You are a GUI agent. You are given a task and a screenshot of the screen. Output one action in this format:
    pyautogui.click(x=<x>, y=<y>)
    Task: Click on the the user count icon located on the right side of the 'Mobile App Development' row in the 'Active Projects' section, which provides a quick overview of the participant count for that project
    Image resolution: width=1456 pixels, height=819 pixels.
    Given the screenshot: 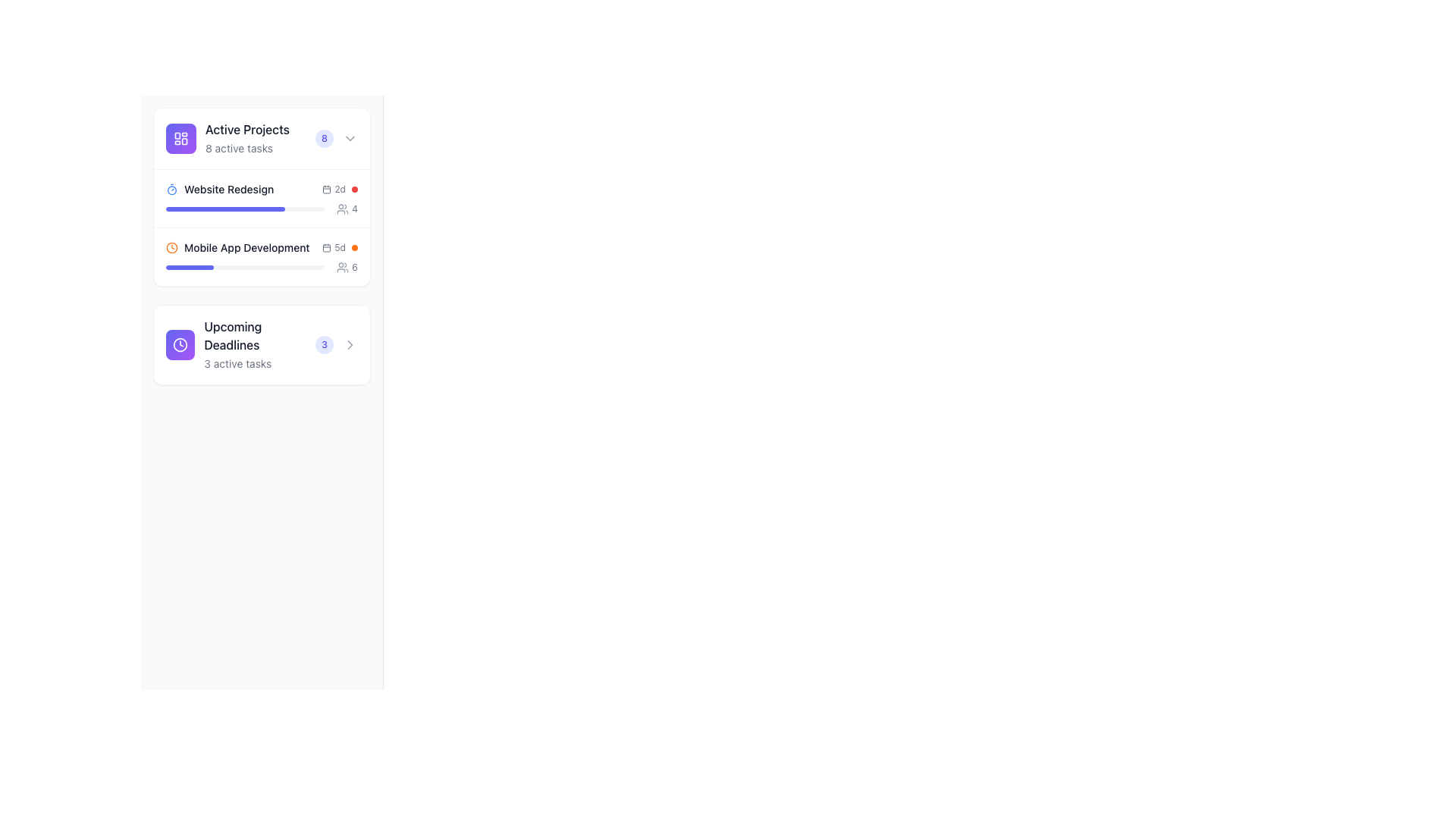 What is the action you would take?
    pyautogui.click(x=347, y=267)
    